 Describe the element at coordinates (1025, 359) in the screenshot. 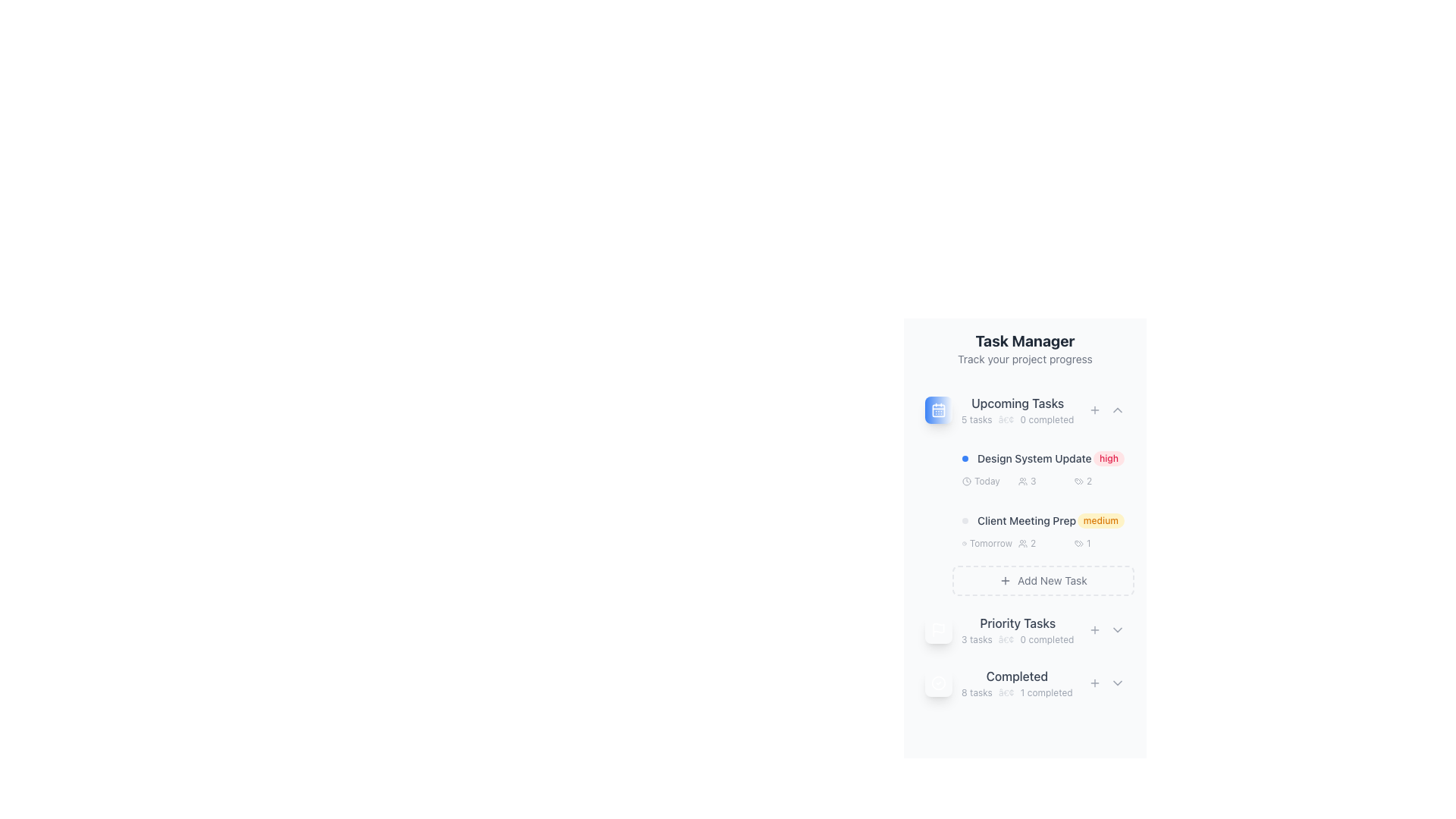

I see `text element displaying 'Track your project progress' located beneath the title 'Task Manager' in the sidebar interface` at that location.